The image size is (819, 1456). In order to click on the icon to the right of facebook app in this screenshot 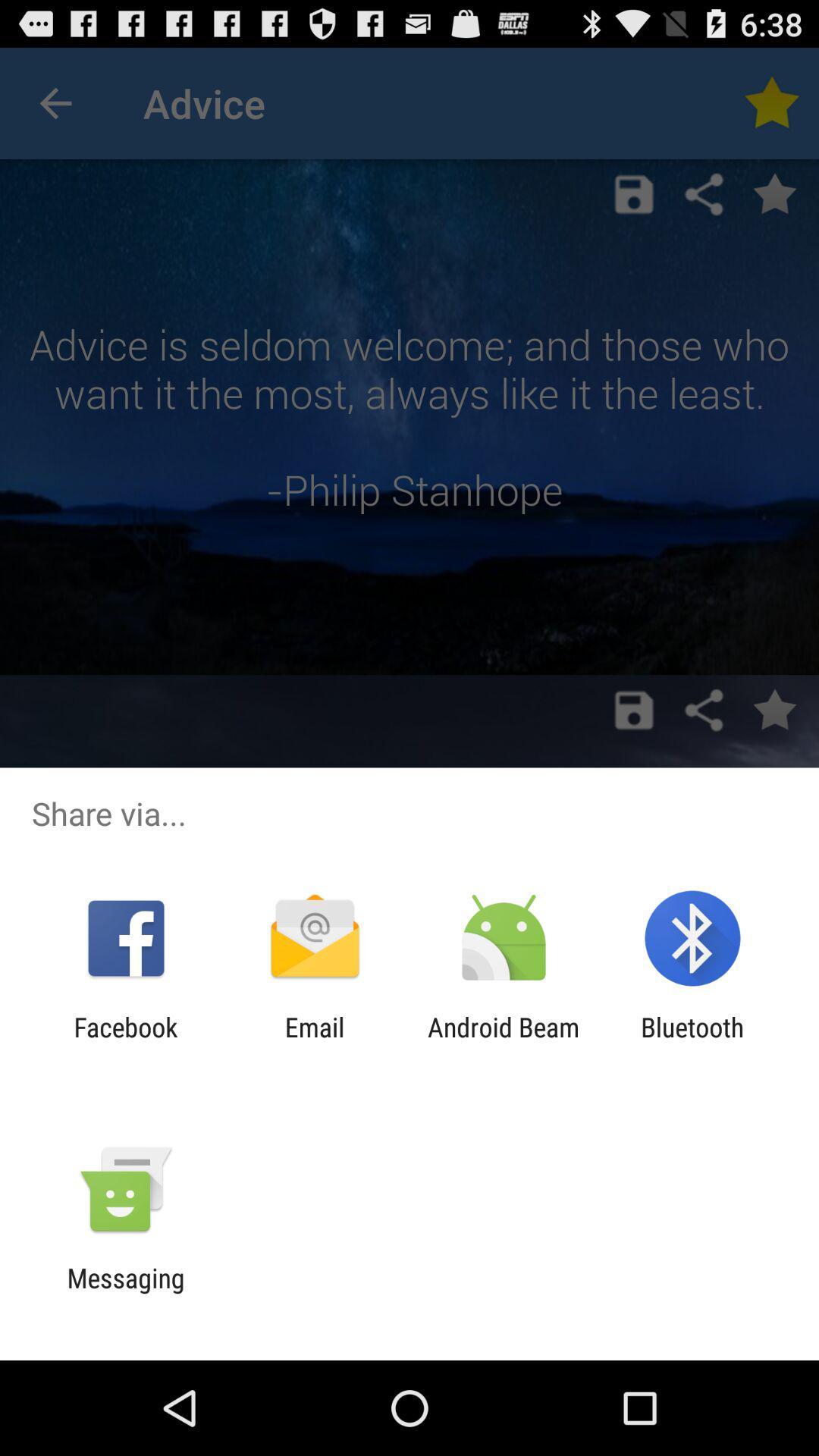, I will do `click(314, 1042)`.